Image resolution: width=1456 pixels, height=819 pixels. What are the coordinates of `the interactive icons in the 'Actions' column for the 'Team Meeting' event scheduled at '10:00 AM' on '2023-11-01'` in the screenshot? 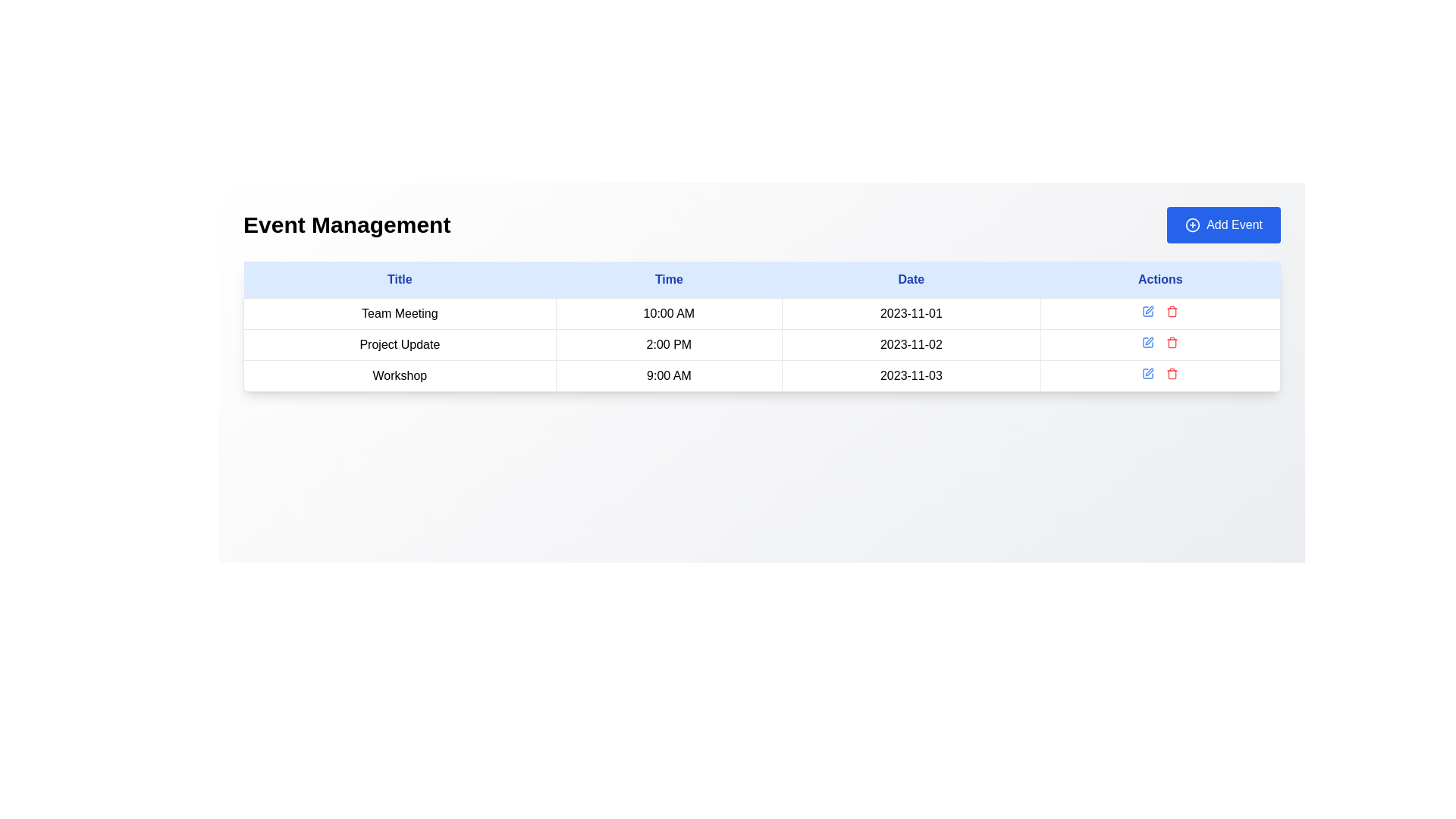 It's located at (1159, 312).